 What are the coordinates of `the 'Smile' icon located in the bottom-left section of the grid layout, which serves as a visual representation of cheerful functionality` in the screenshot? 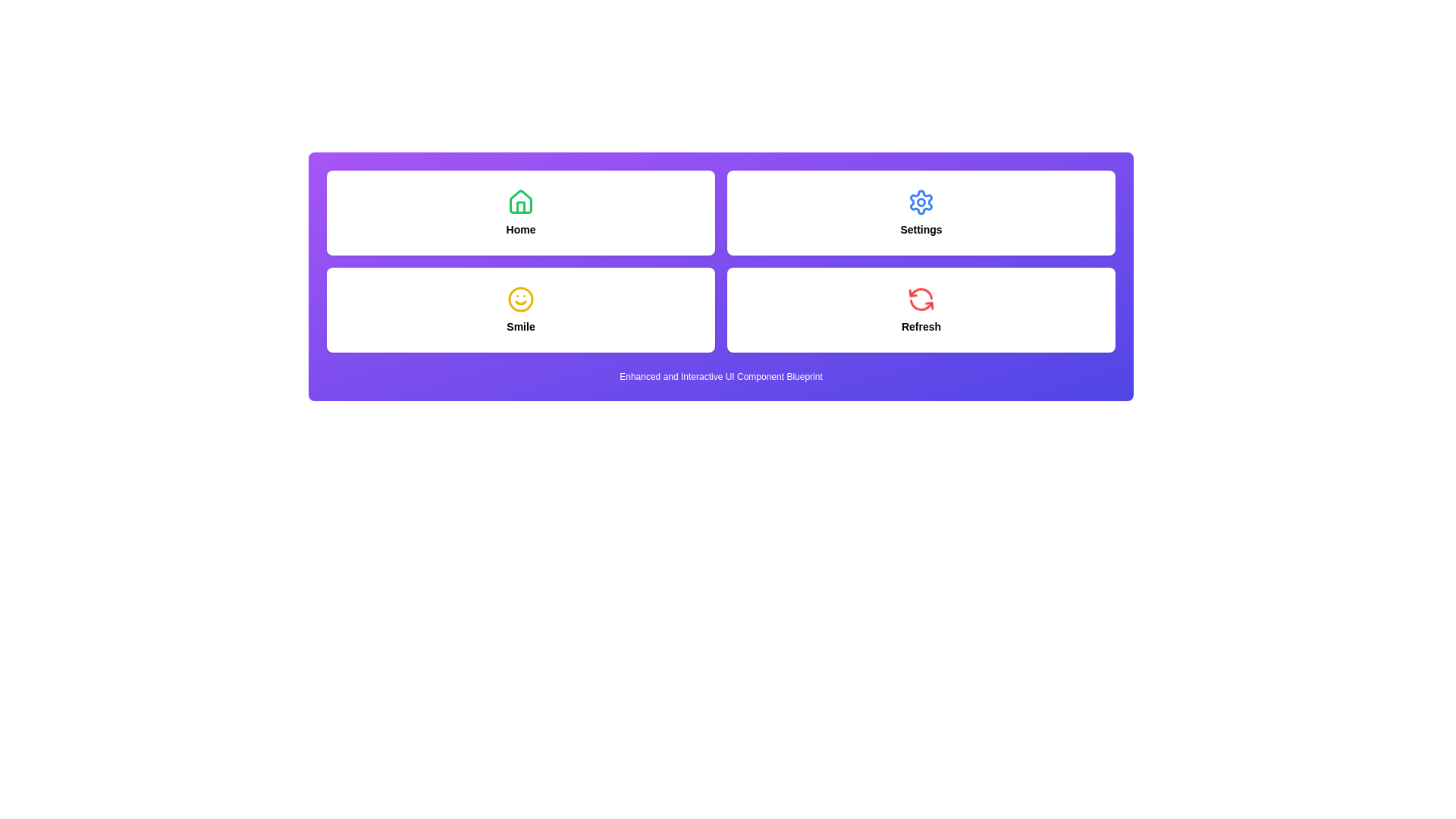 It's located at (520, 299).